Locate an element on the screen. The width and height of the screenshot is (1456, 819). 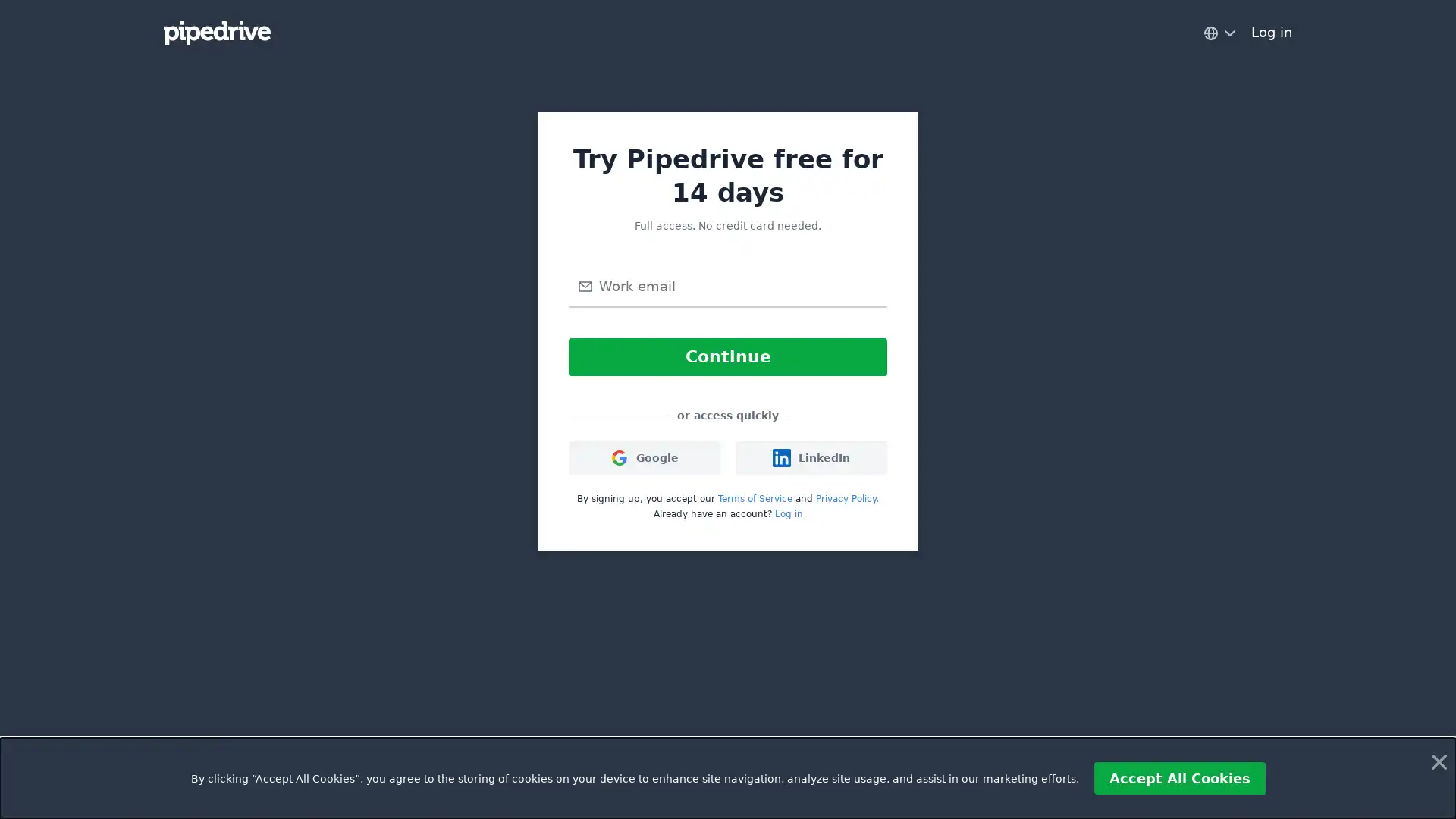
Accept All Cookies is located at coordinates (1178, 778).